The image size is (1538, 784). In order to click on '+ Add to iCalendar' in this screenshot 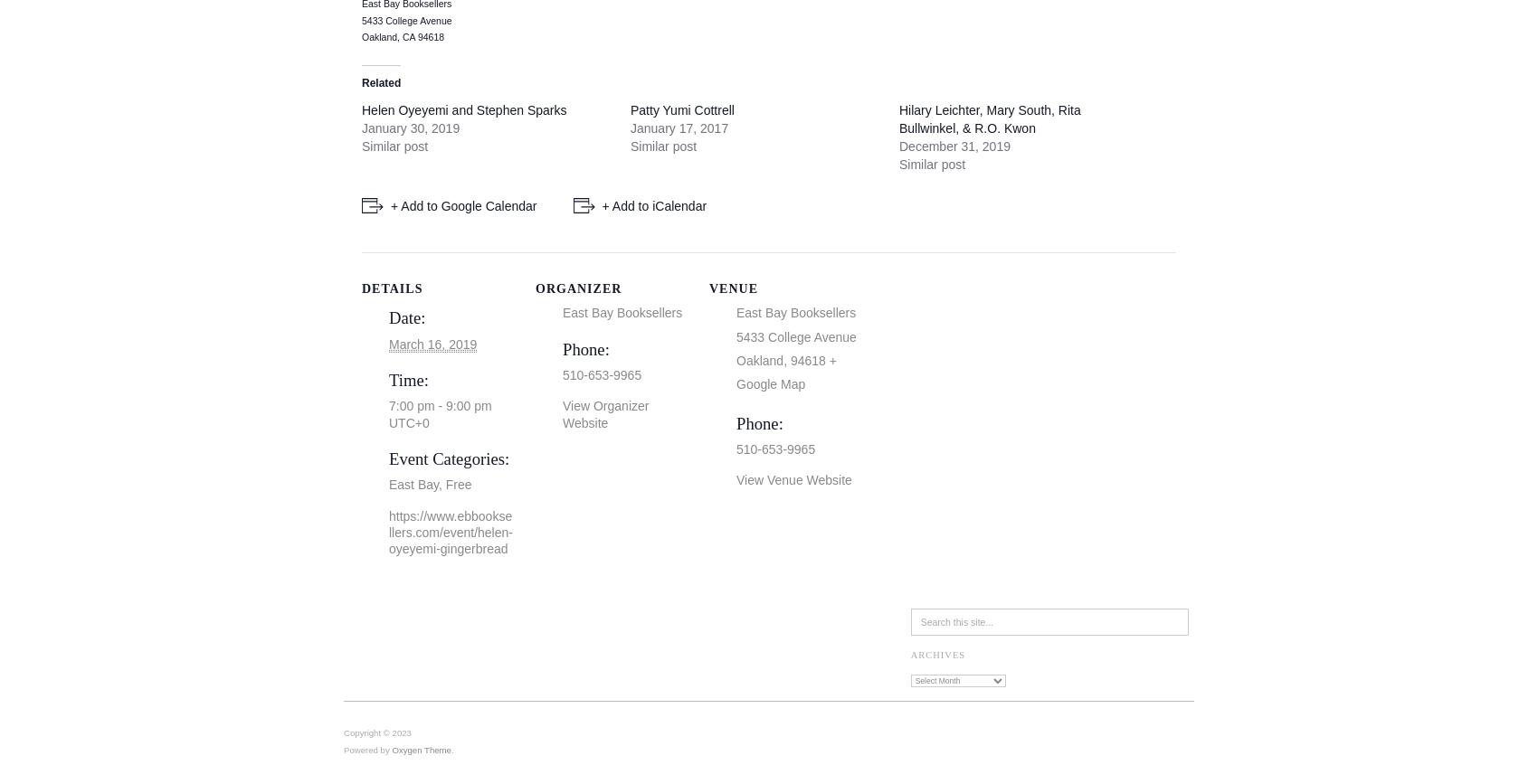, I will do `click(654, 204)`.